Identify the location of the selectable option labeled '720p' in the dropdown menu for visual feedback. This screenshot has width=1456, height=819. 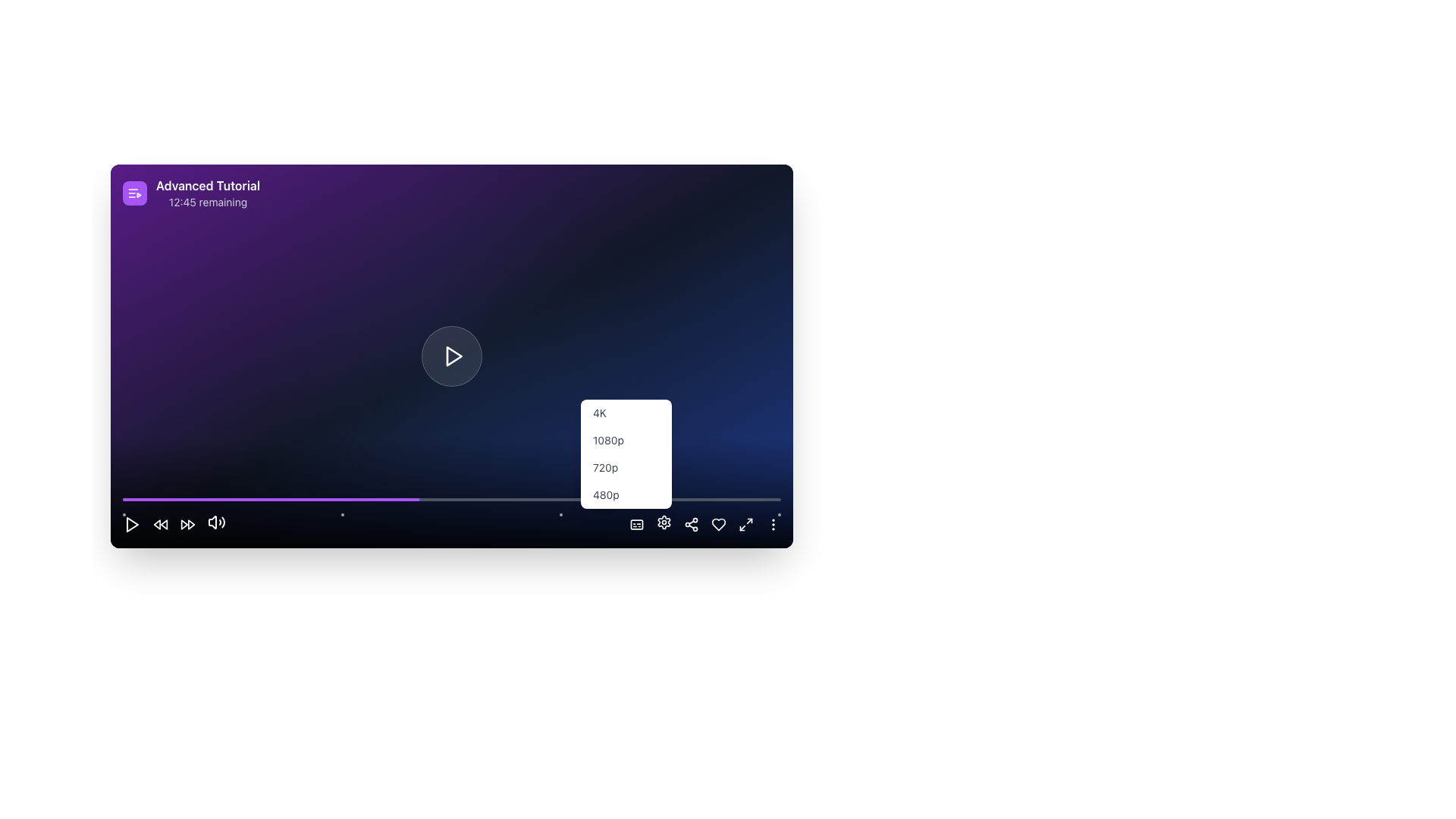
(626, 467).